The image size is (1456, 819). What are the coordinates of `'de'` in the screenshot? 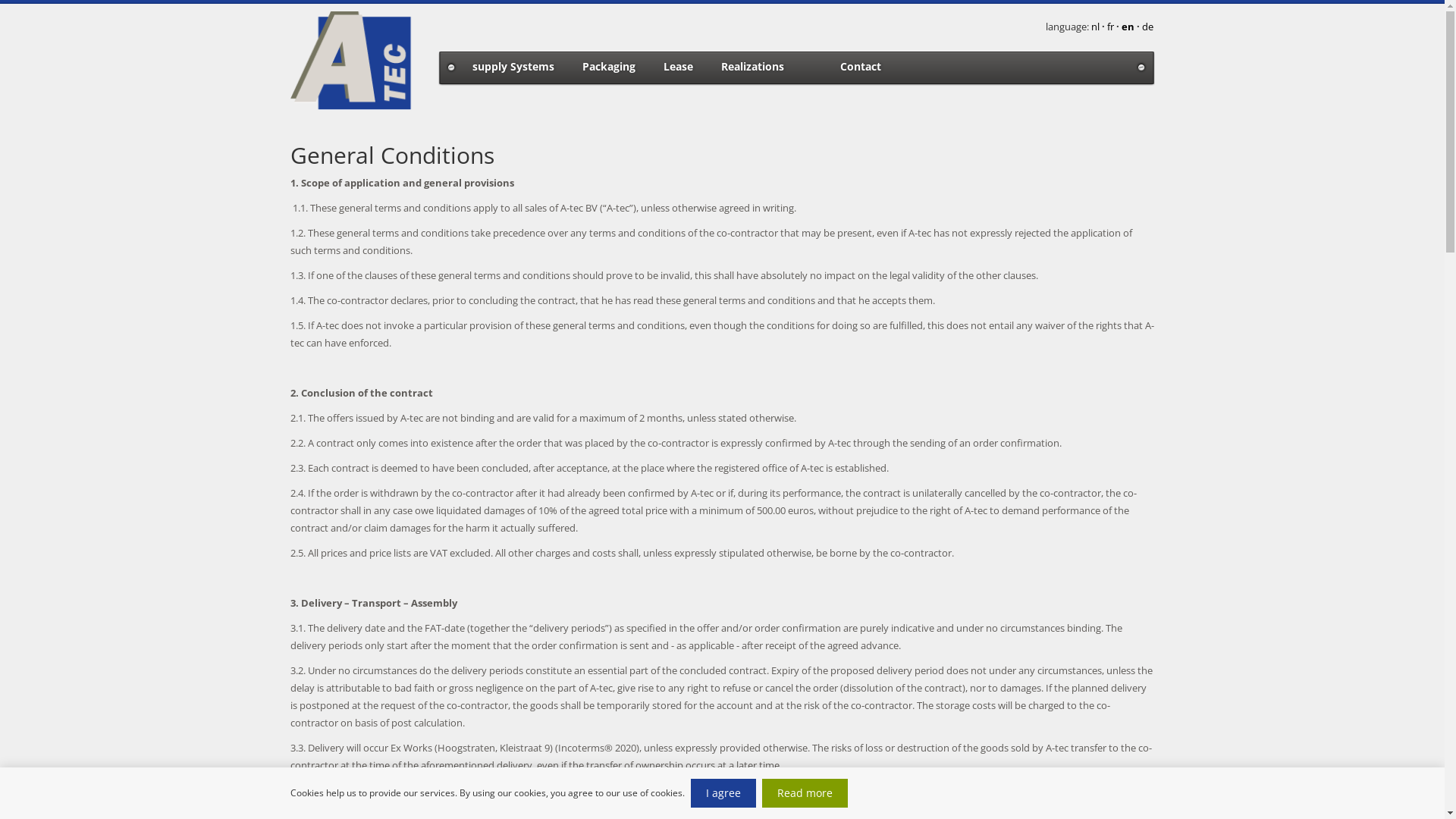 It's located at (1147, 26).